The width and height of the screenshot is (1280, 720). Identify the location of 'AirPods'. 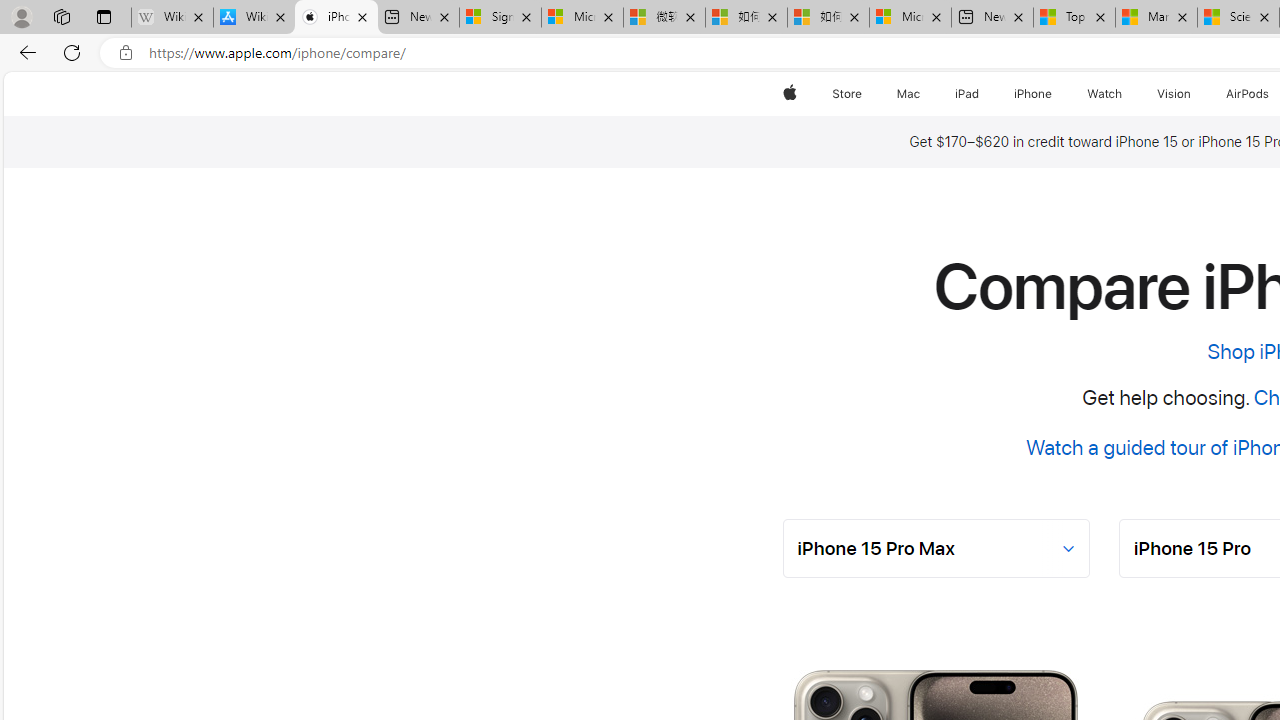
(1247, 93).